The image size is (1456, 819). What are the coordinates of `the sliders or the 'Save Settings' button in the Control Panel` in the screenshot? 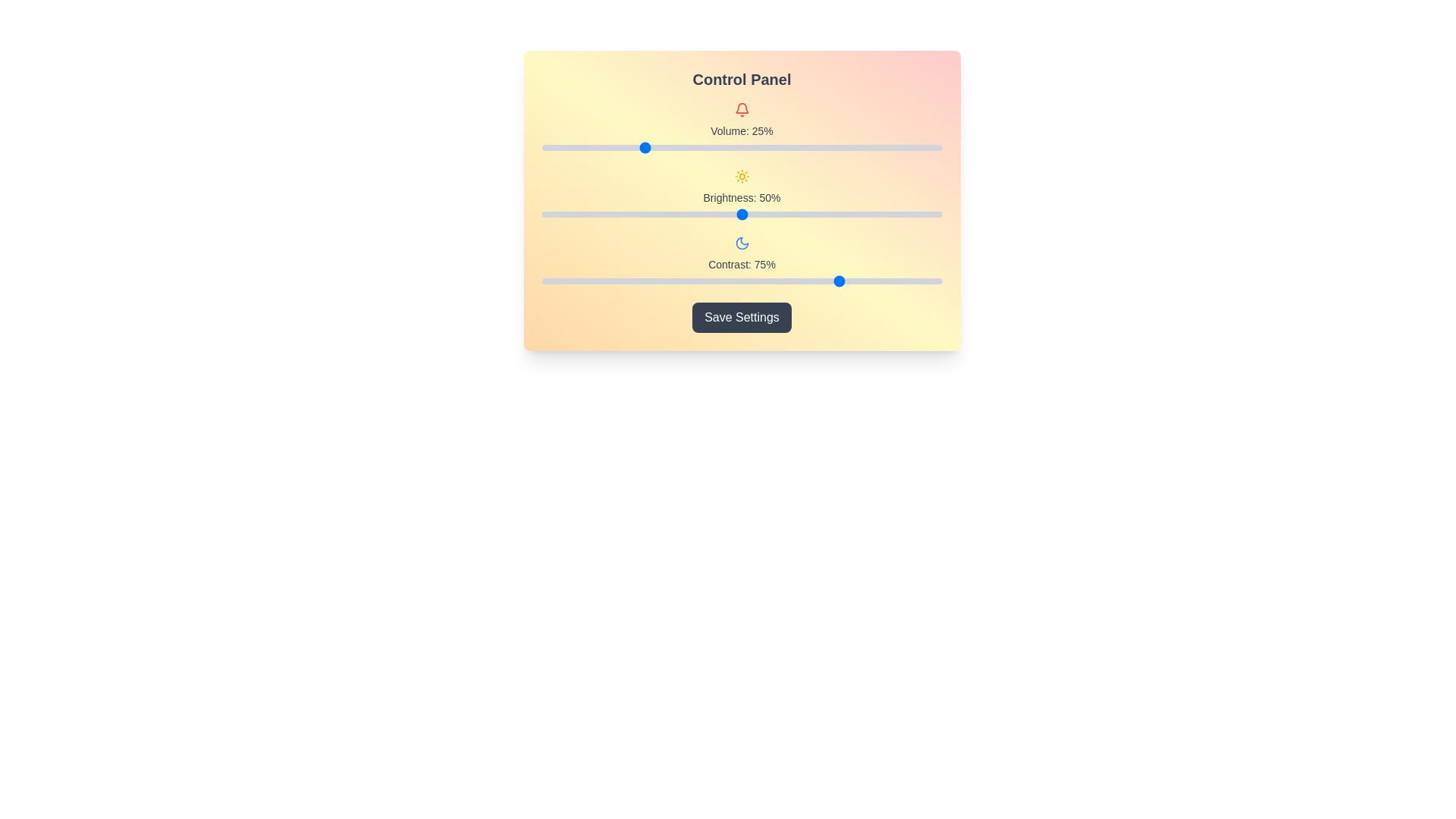 It's located at (742, 200).